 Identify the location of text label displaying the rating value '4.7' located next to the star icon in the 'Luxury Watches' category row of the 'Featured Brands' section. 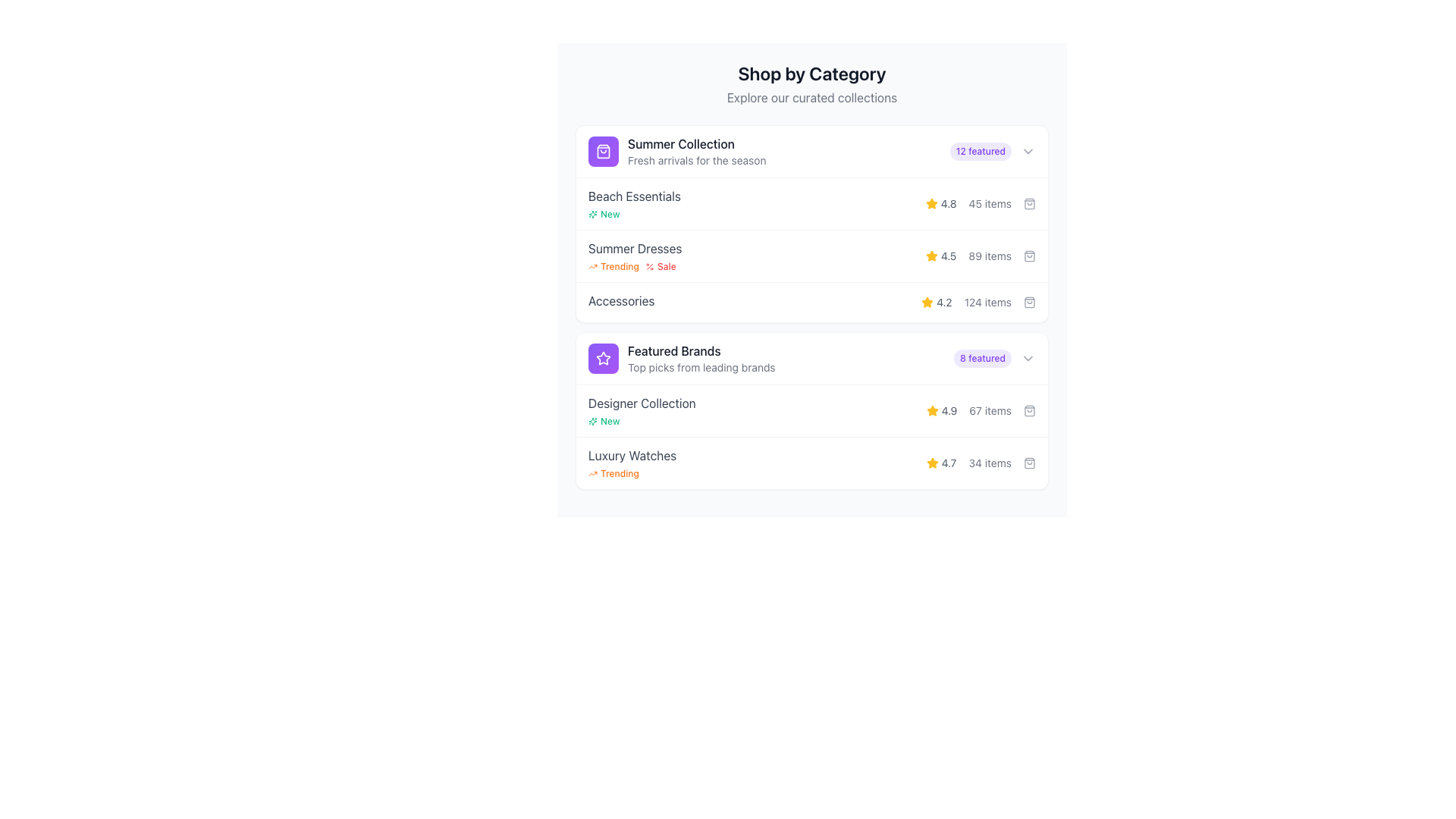
(940, 462).